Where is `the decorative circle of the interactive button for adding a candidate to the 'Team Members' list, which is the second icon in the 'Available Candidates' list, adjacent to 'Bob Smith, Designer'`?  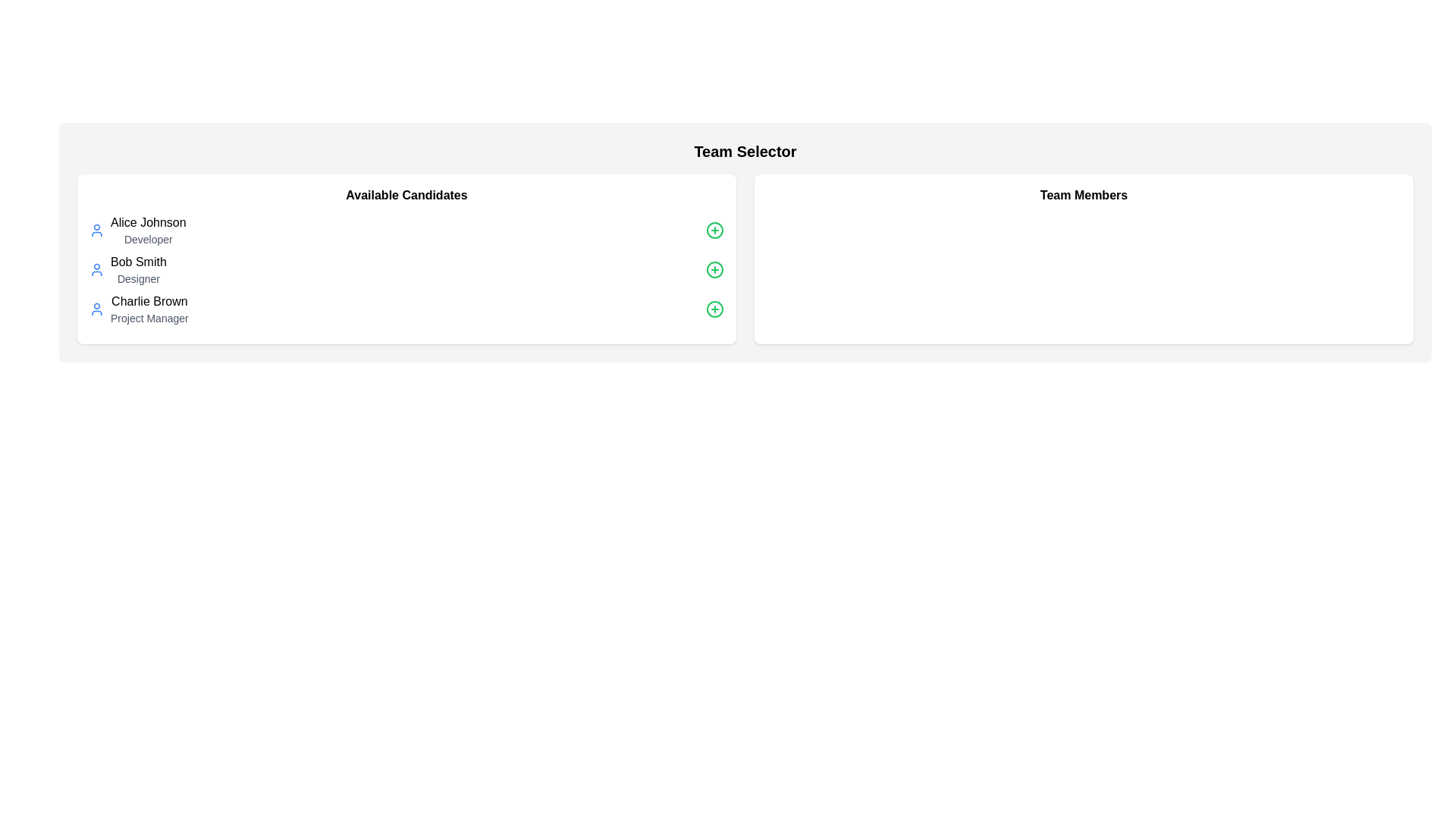 the decorative circle of the interactive button for adding a candidate to the 'Team Members' list, which is the second icon in the 'Available Candidates' list, adjacent to 'Bob Smith, Designer' is located at coordinates (714, 268).